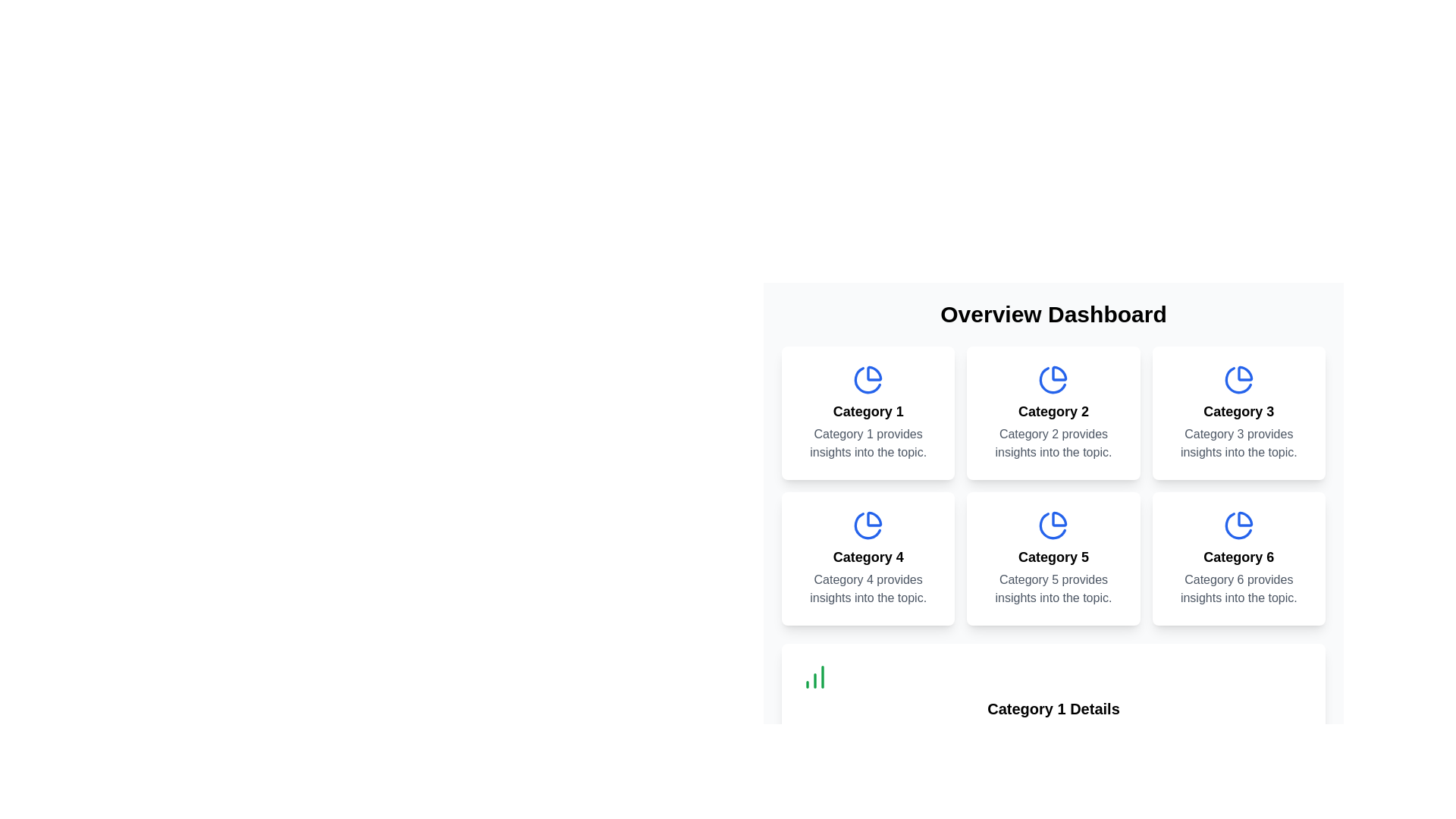  What do you see at coordinates (1238, 525) in the screenshot?
I see `the blue pie chart icon located in the 'Category 6' section, which serves as a visual indicator` at bounding box center [1238, 525].